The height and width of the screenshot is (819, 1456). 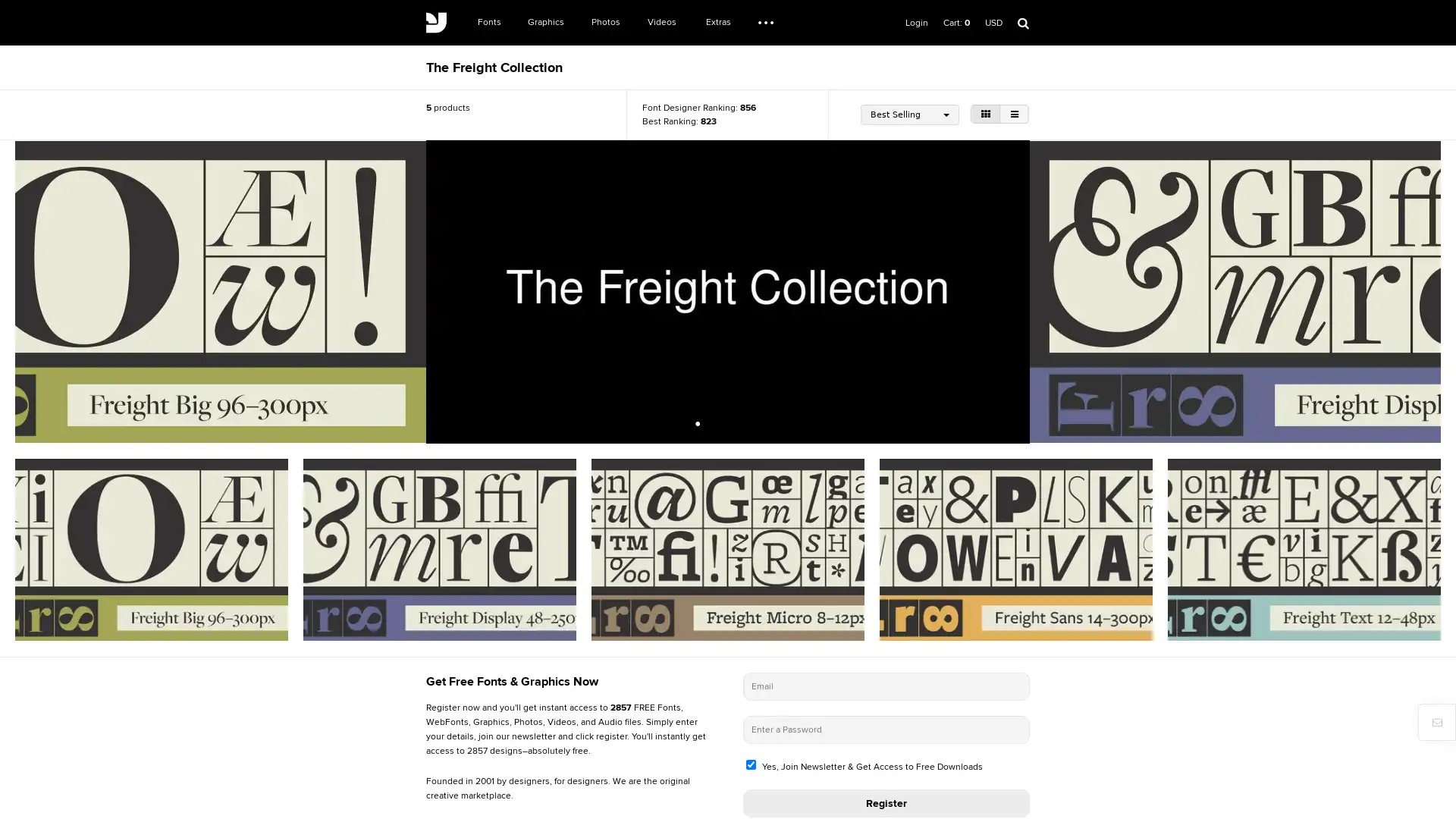 I want to click on Best Selling, so click(x=910, y=114).